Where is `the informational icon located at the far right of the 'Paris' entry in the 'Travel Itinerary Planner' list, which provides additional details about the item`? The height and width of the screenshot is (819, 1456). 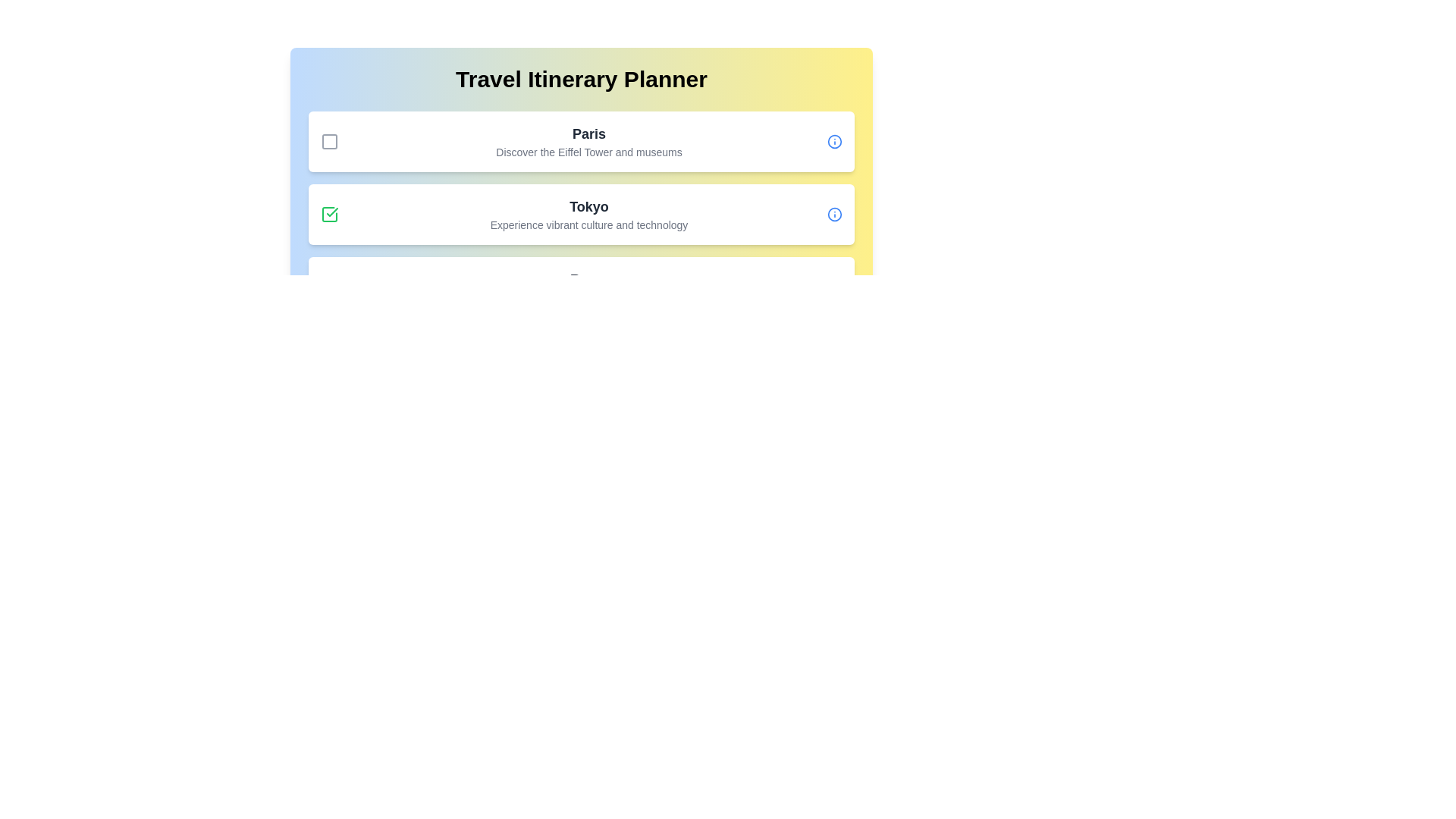
the informational icon located at the far right of the 'Paris' entry in the 'Travel Itinerary Planner' list, which provides additional details about the item is located at coordinates (833, 141).